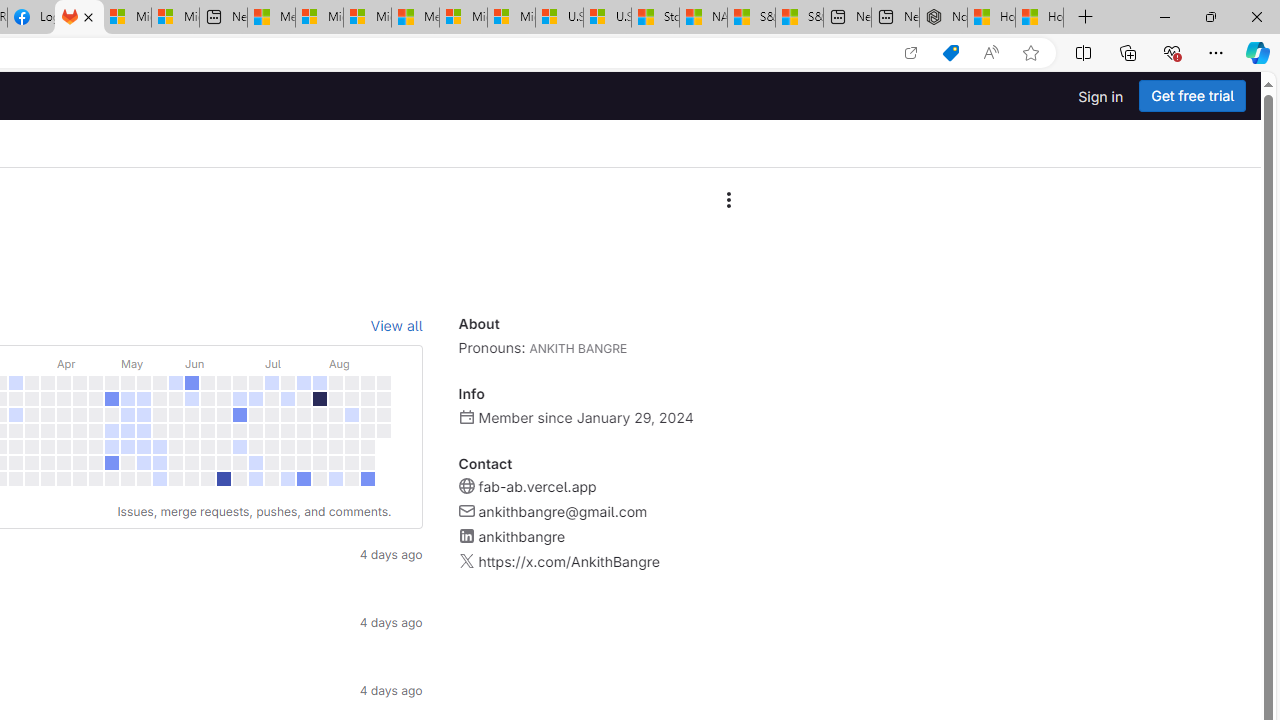 This screenshot has height=720, width=1280. I want to click on 'Microsoft account | Home', so click(367, 17).